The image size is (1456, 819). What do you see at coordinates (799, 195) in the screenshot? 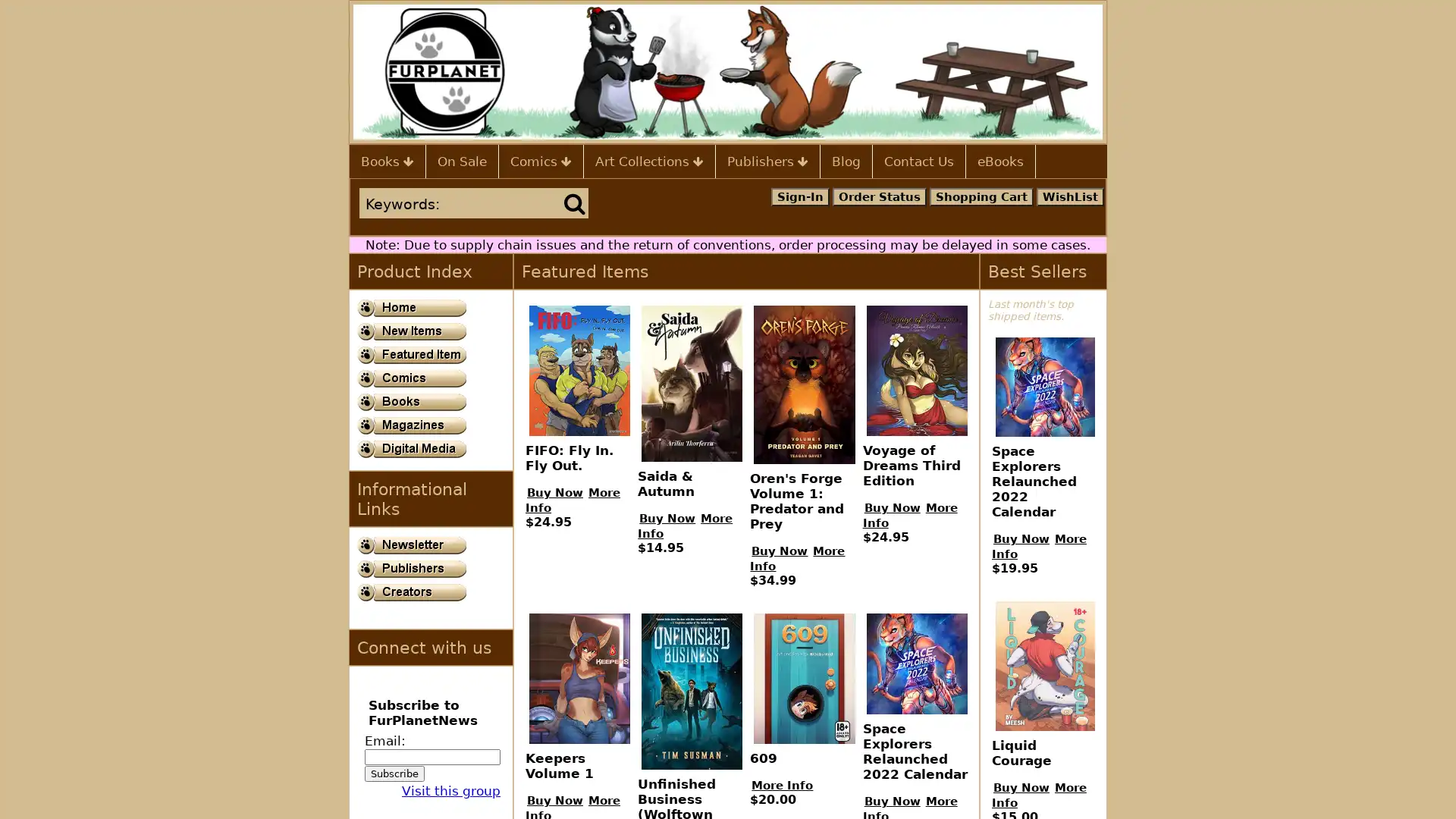
I see `Sign-In` at bounding box center [799, 195].